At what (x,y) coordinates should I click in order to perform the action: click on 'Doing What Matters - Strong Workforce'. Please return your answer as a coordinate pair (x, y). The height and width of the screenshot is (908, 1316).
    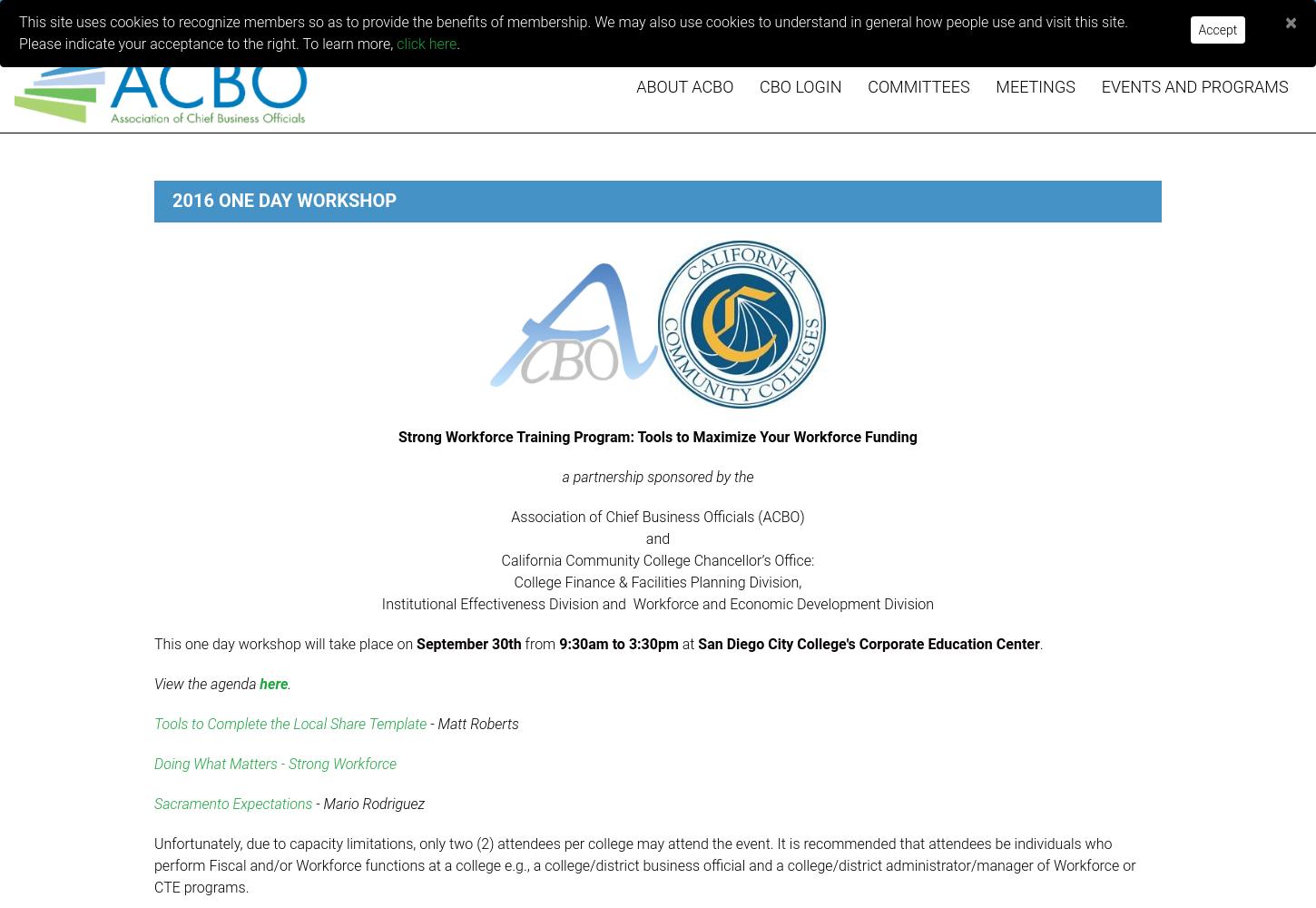
    Looking at the image, I should click on (275, 763).